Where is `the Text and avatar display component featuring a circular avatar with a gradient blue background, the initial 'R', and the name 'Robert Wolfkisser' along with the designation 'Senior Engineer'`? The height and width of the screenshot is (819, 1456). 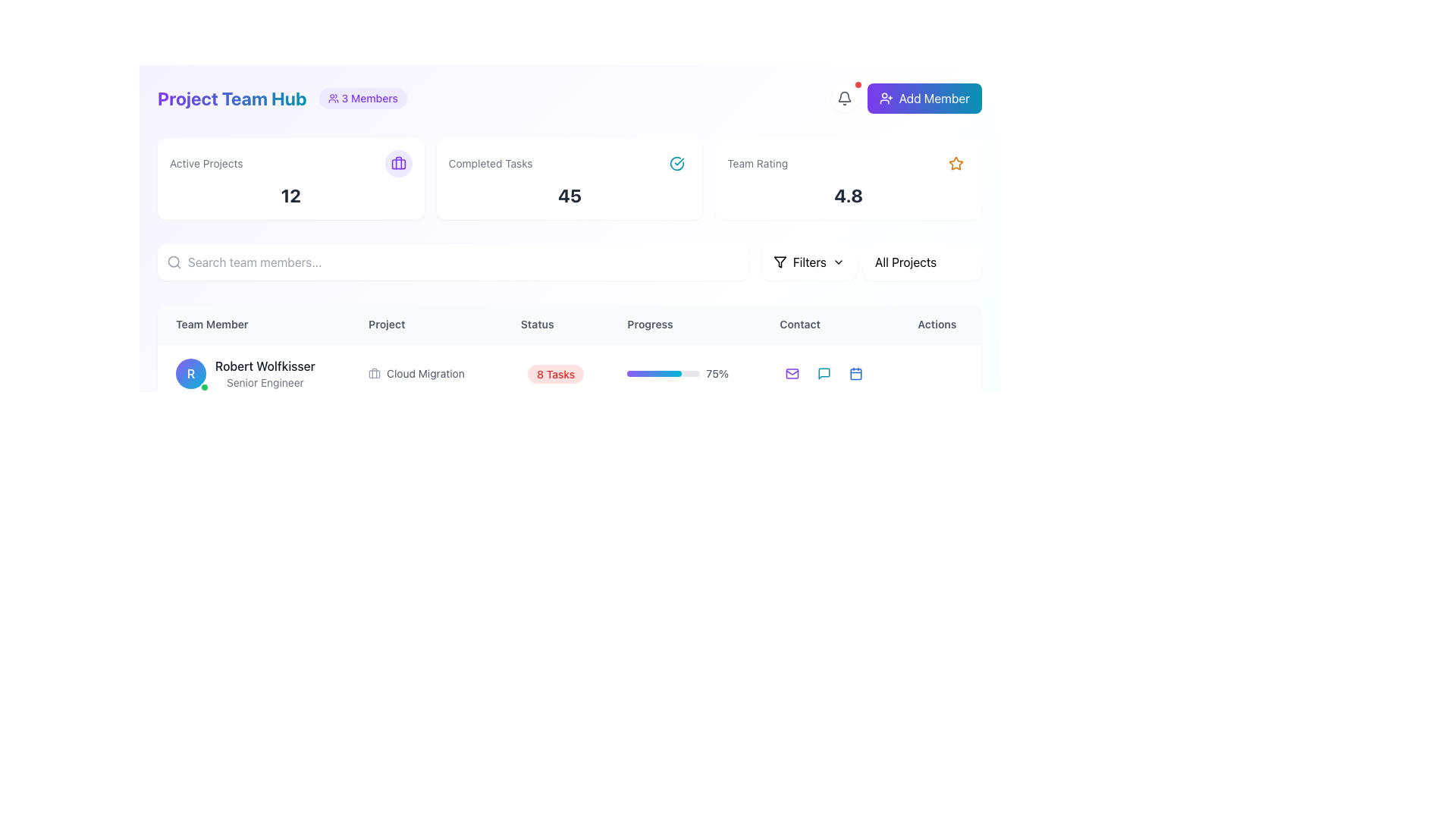
the Text and avatar display component featuring a circular avatar with a gradient blue background, the initial 'R', and the name 'Robert Wolfkisser' along with the designation 'Senior Engineer' is located at coordinates (254, 374).